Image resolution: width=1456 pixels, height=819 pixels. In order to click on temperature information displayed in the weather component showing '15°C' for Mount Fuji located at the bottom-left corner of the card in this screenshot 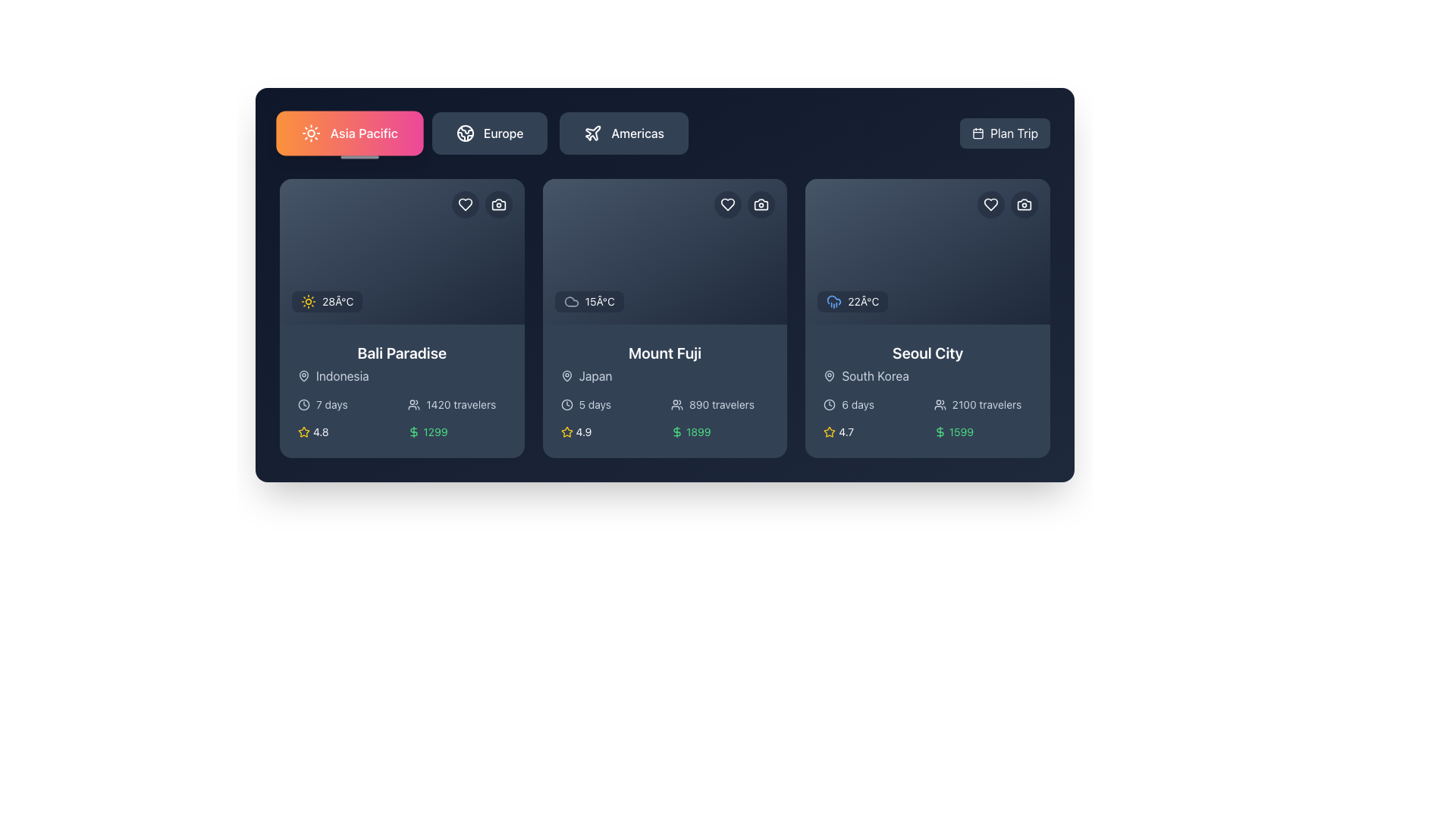, I will do `click(588, 301)`.